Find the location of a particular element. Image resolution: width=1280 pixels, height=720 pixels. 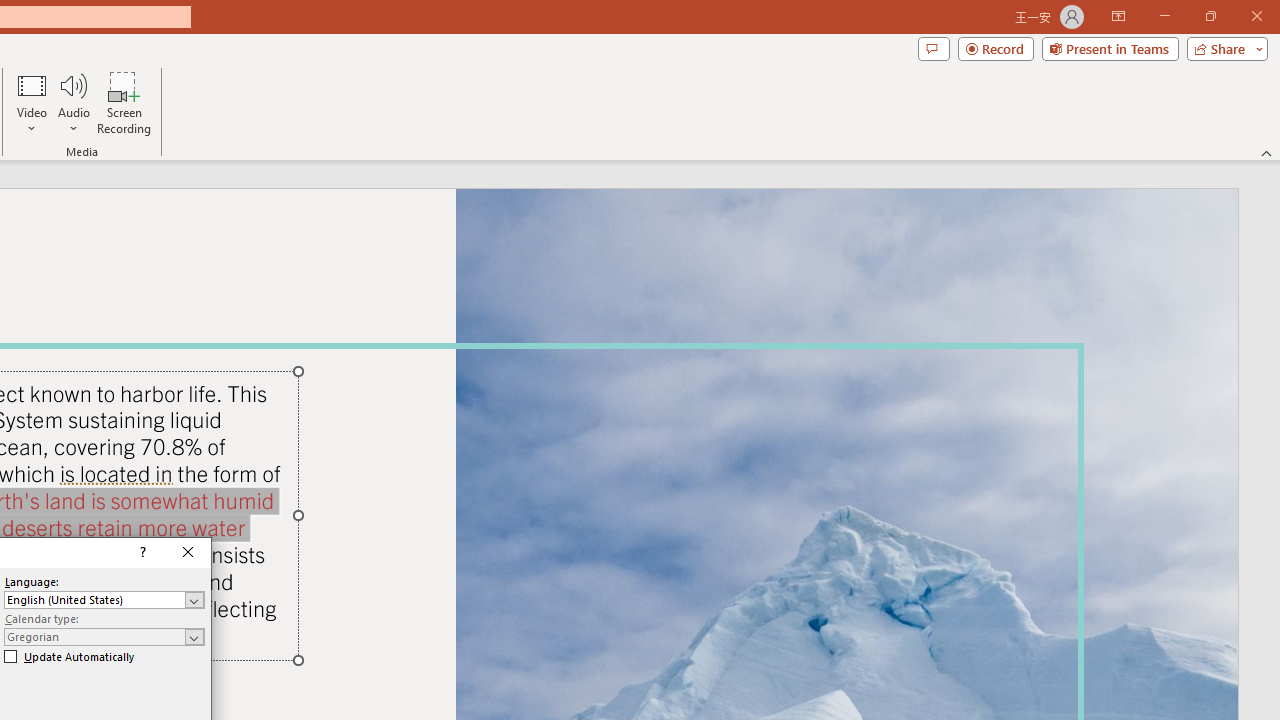

'Collapse the Ribbon' is located at coordinates (1266, 152).